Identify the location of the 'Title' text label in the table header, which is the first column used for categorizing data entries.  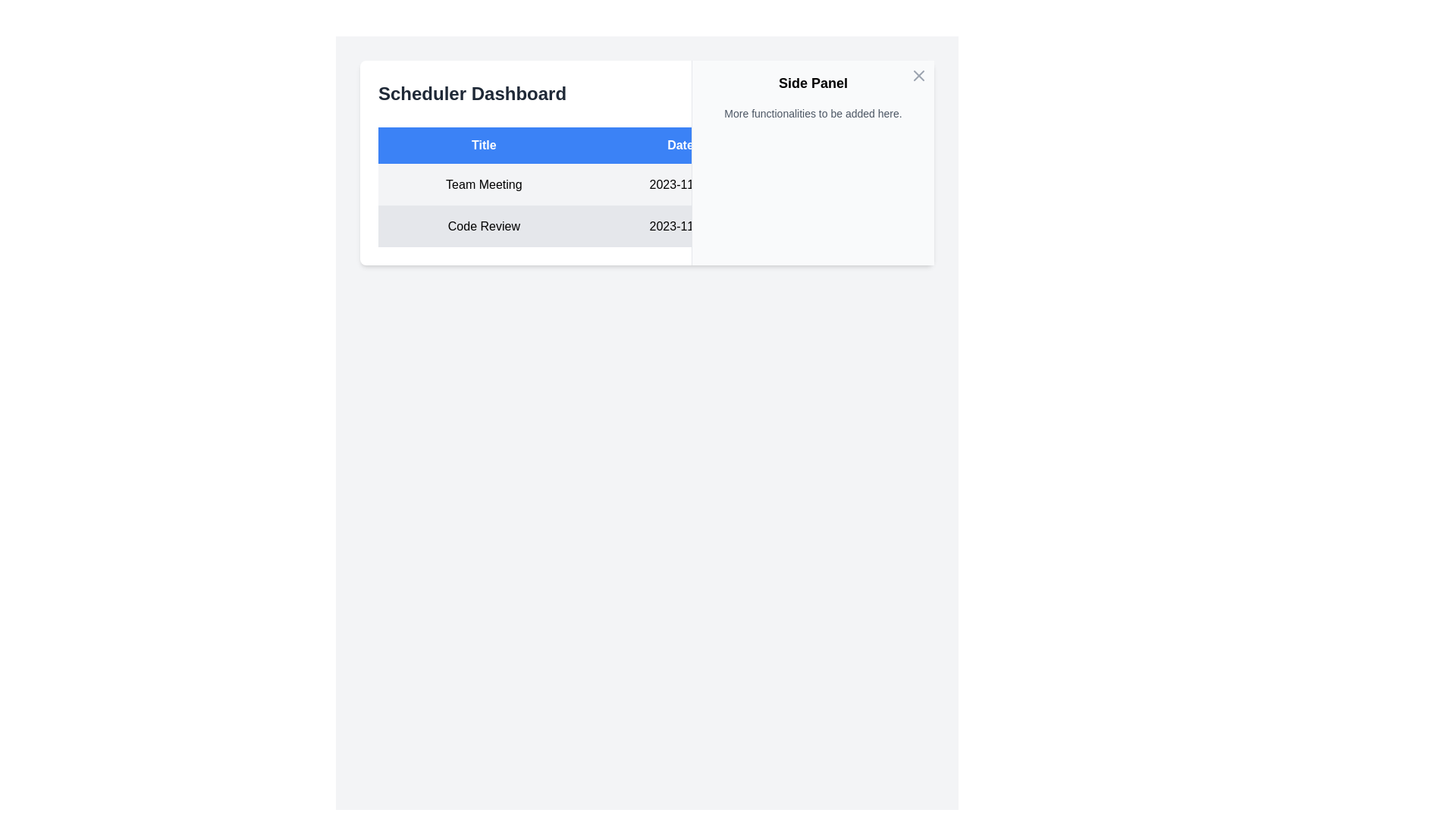
(483, 146).